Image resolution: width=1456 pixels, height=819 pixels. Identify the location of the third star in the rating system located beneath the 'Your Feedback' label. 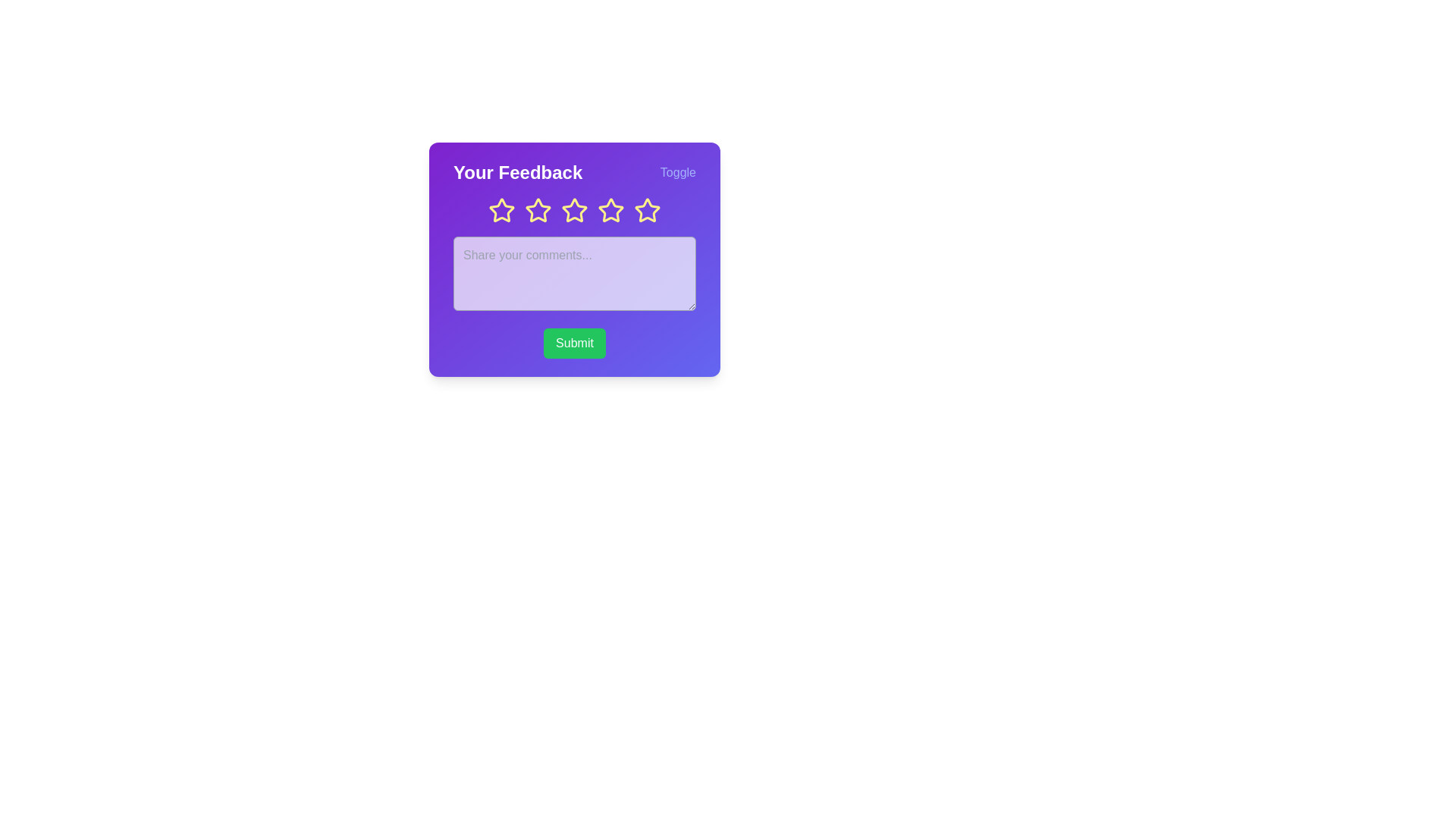
(538, 210).